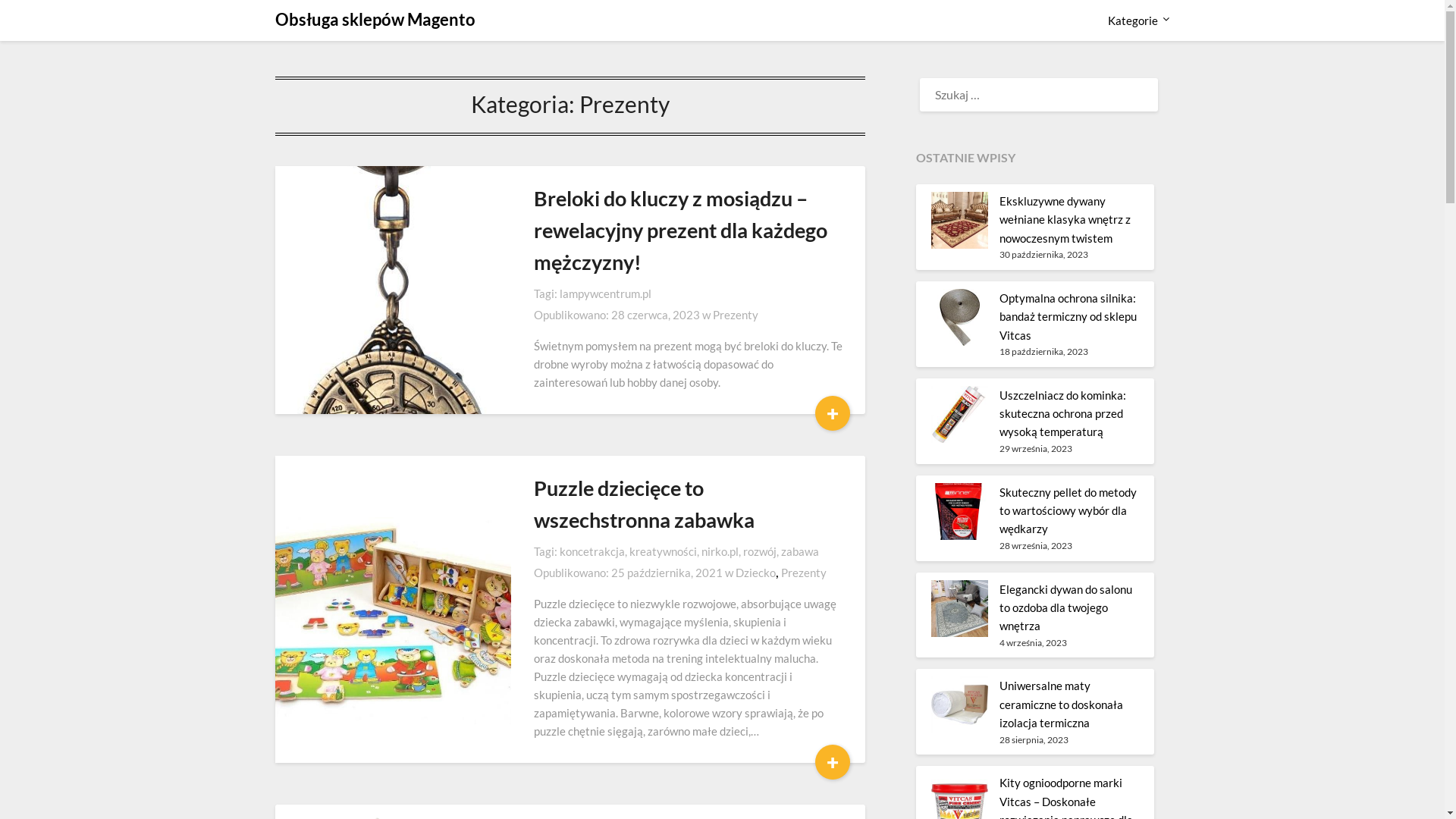 The image size is (1456, 819). Describe the element at coordinates (735, 314) in the screenshot. I see `'Prezenty'` at that location.